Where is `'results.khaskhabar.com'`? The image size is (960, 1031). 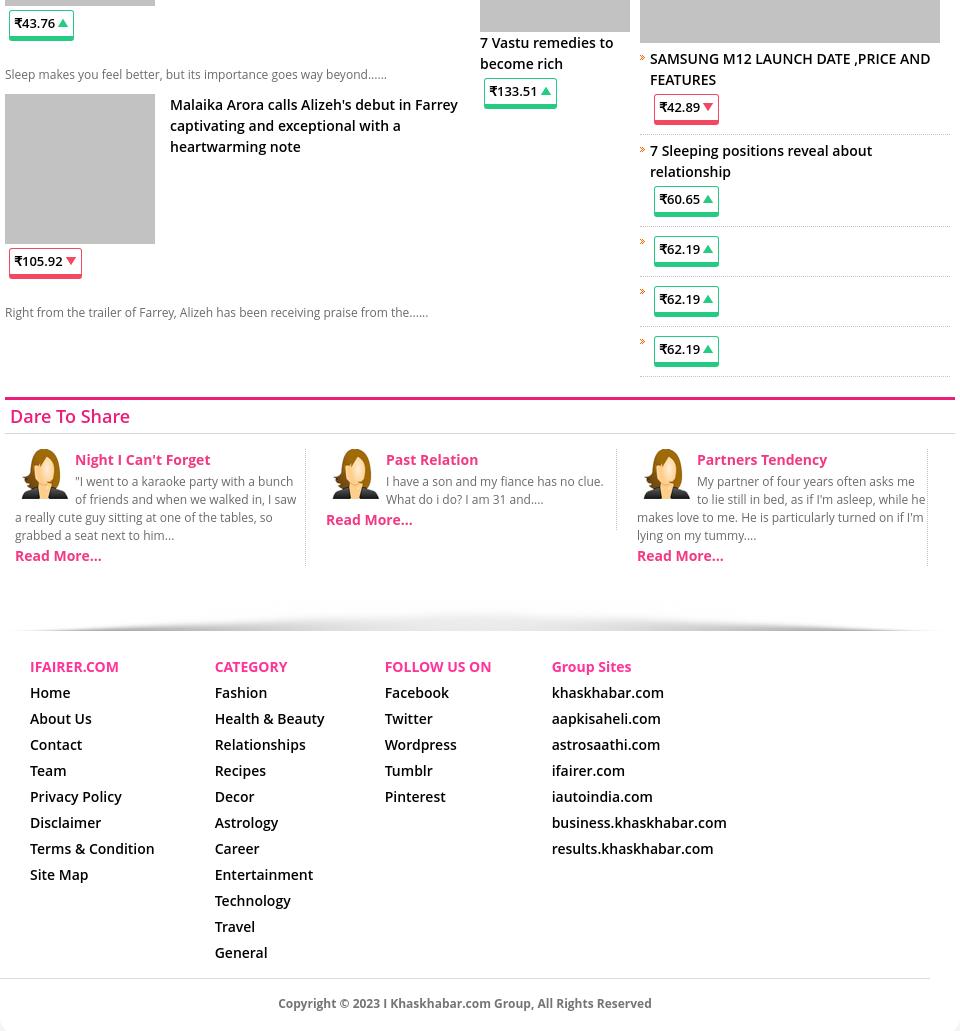 'results.khaskhabar.com' is located at coordinates (630, 847).